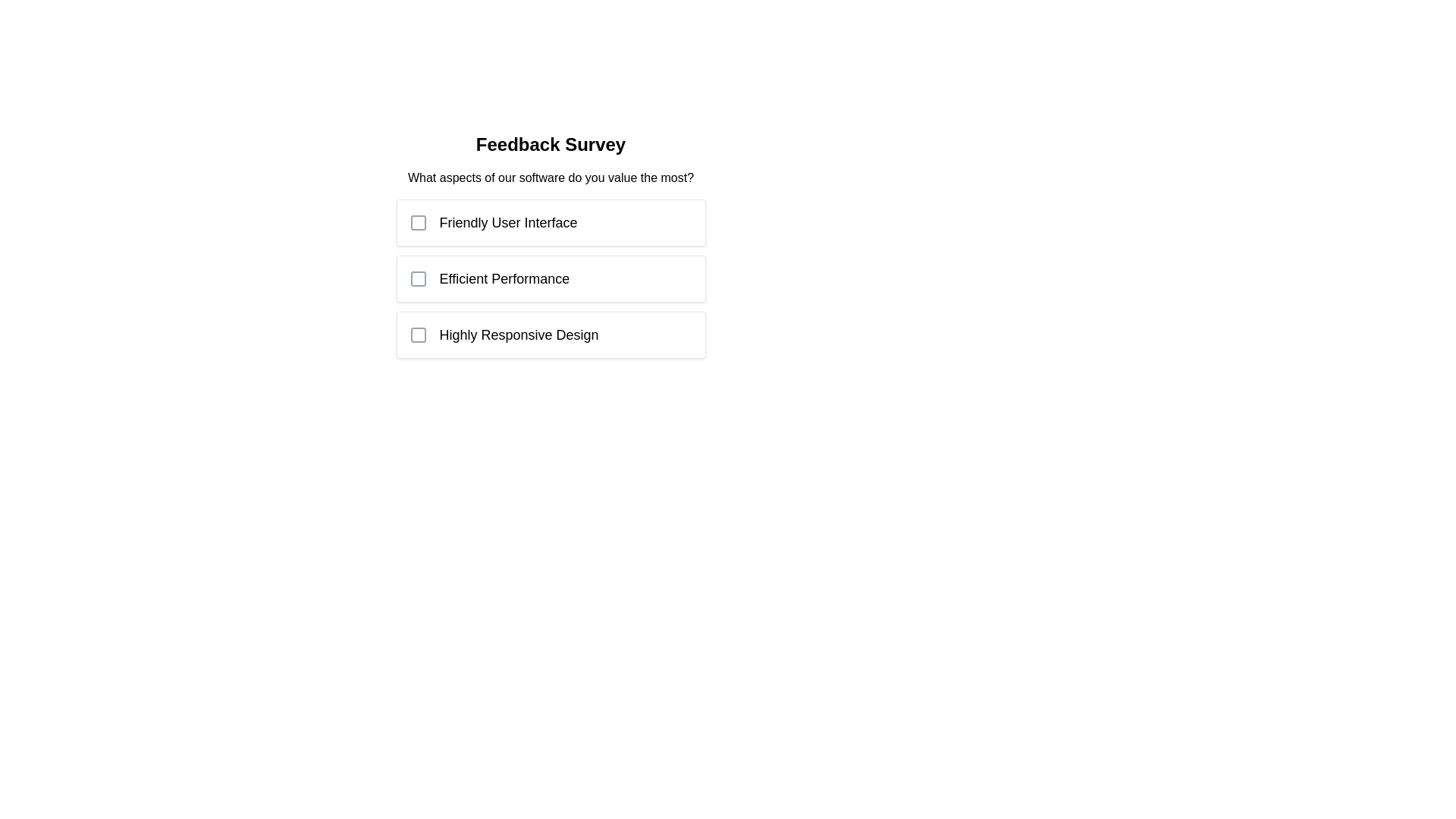  I want to click on the checkbox for the 'Efficient Performance' option in the feedback survey, so click(418, 278).